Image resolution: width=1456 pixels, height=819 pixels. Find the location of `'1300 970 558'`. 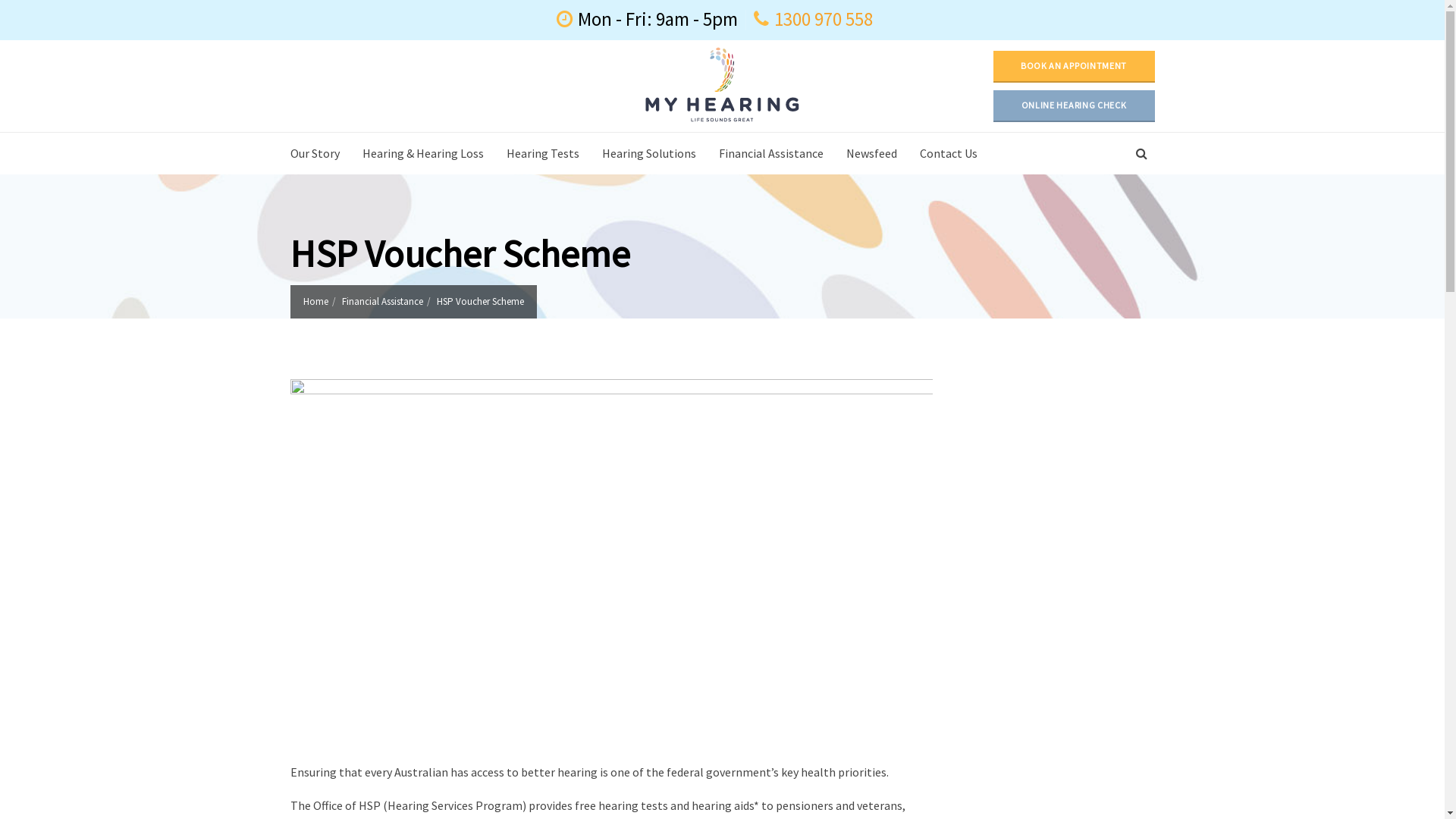

'1300 970 558' is located at coordinates (822, 18).